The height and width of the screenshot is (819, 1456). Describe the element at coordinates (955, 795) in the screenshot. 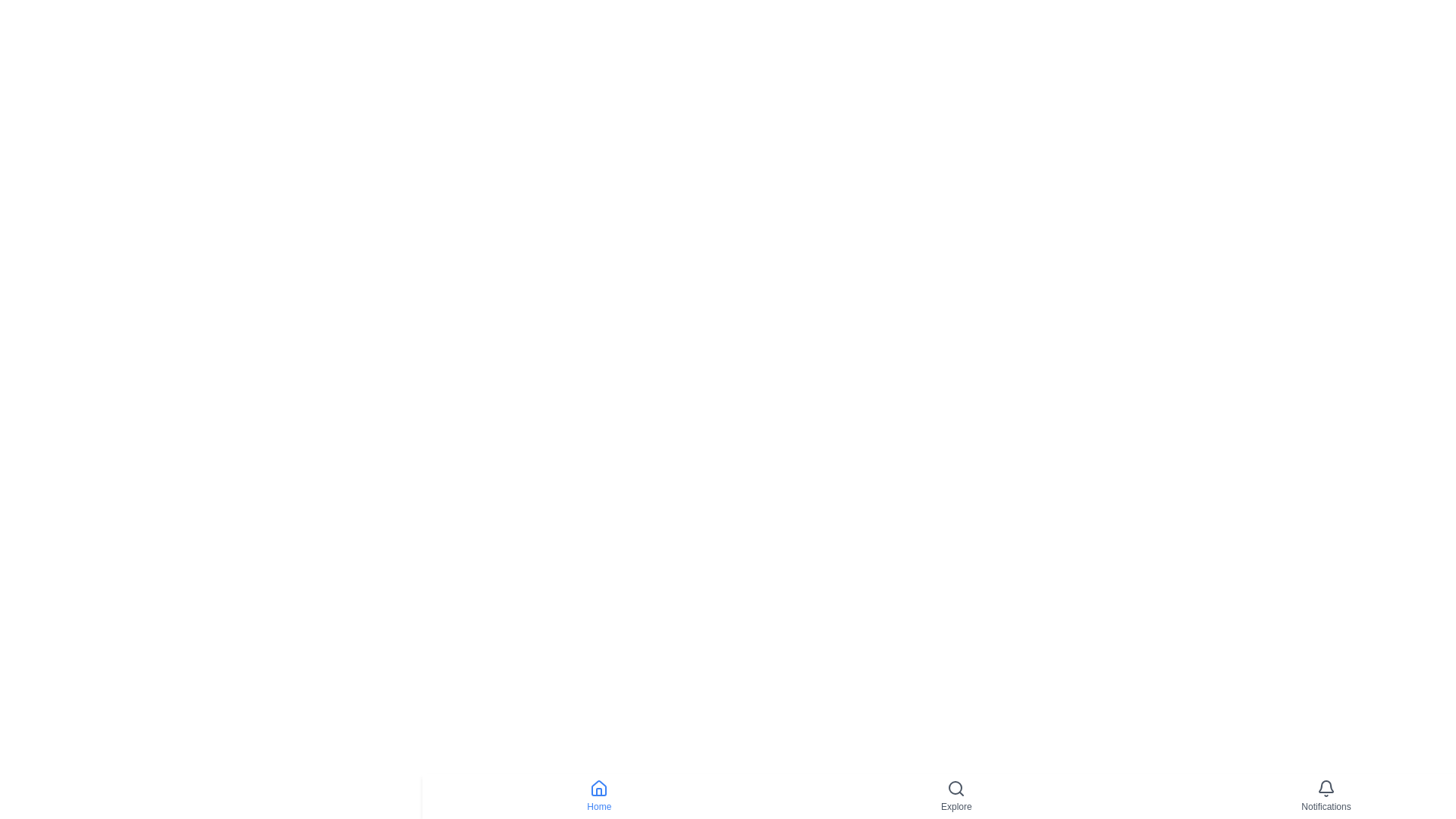

I see `the 'Explore' button with a magnifying glass icon, which is the second item` at that location.